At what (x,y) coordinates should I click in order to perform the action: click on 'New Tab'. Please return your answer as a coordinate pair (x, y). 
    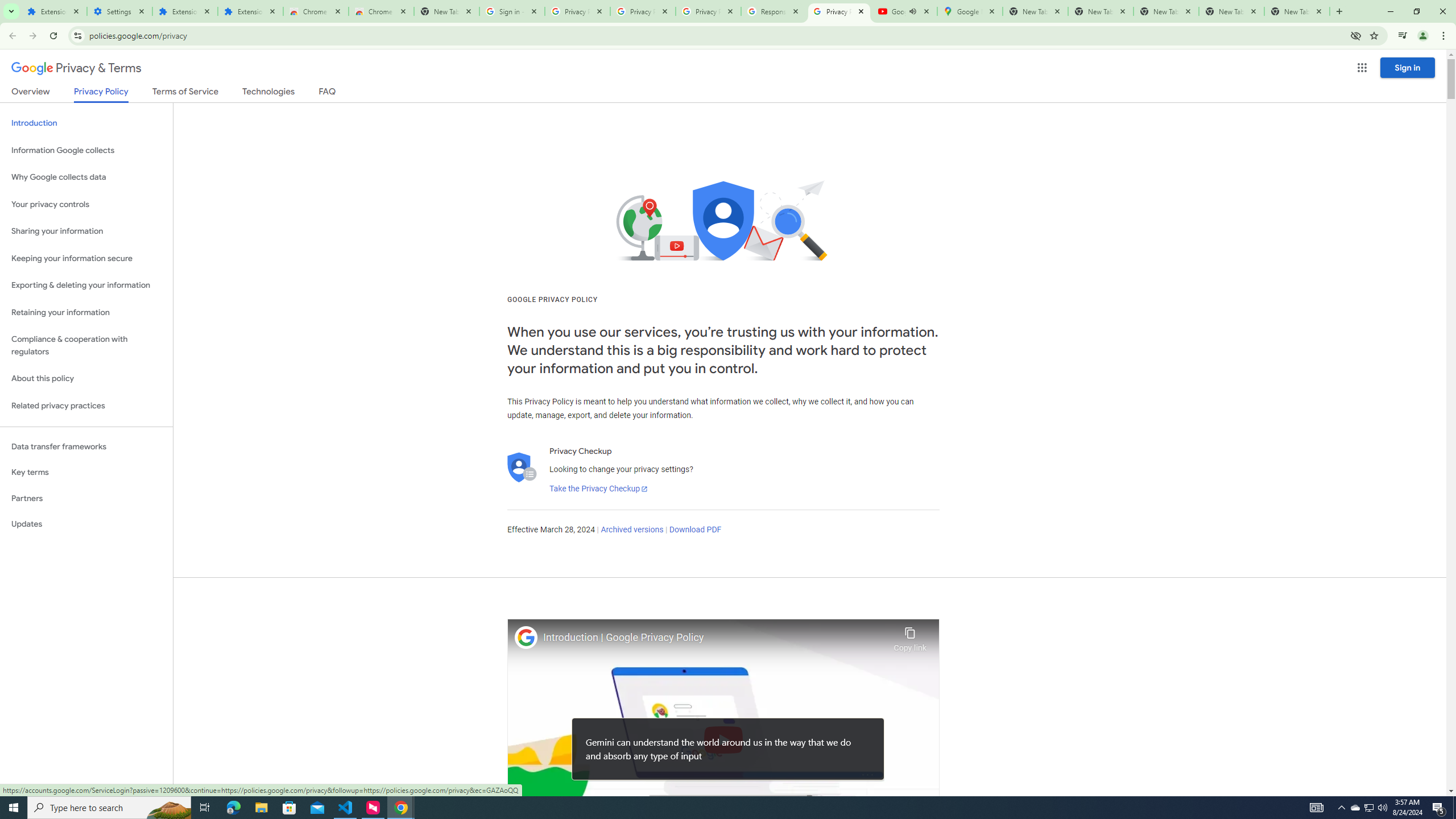
    Looking at the image, I should click on (1296, 11).